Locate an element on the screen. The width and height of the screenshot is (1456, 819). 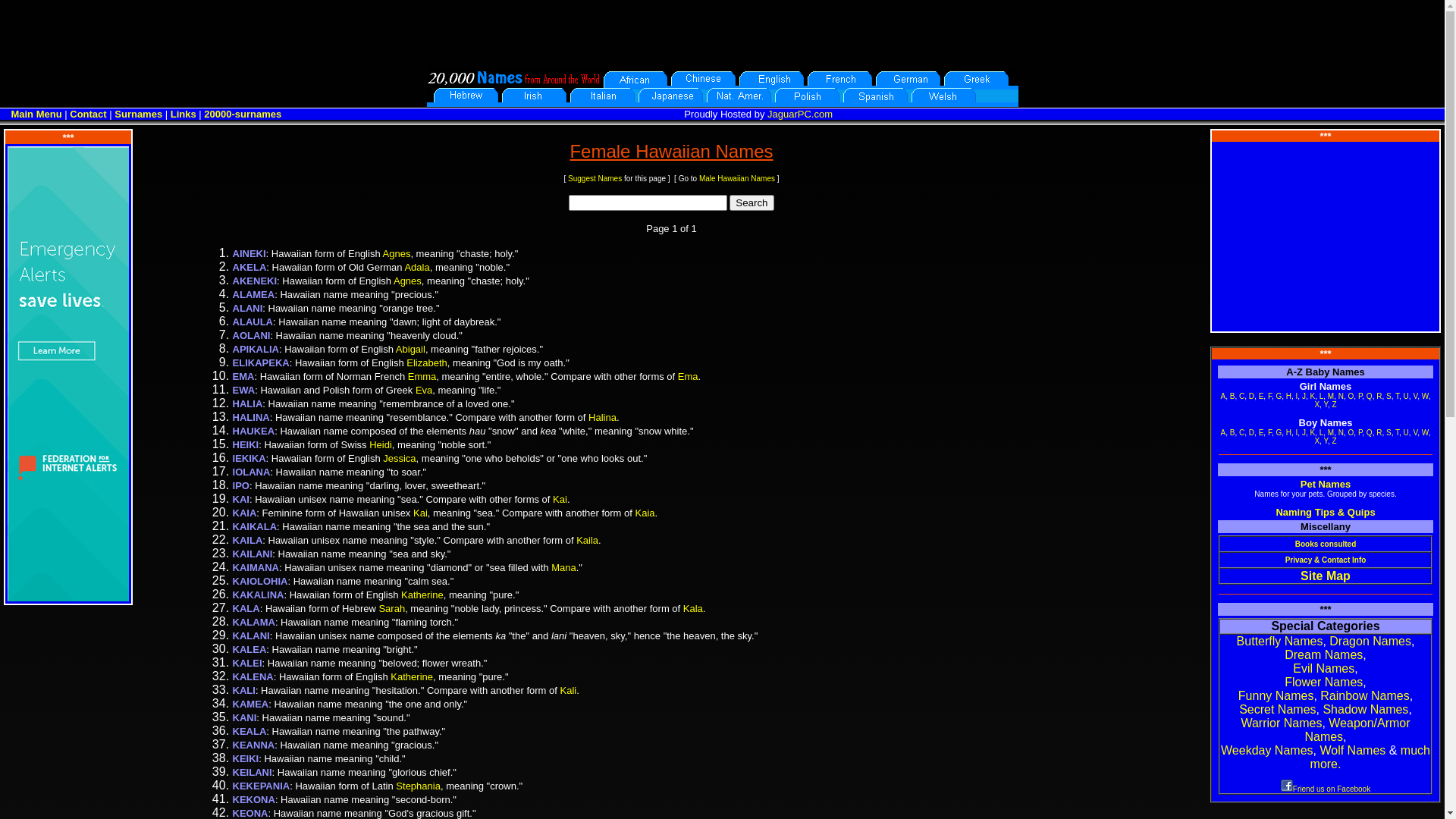
'Halina' is located at coordinates (601, 417).